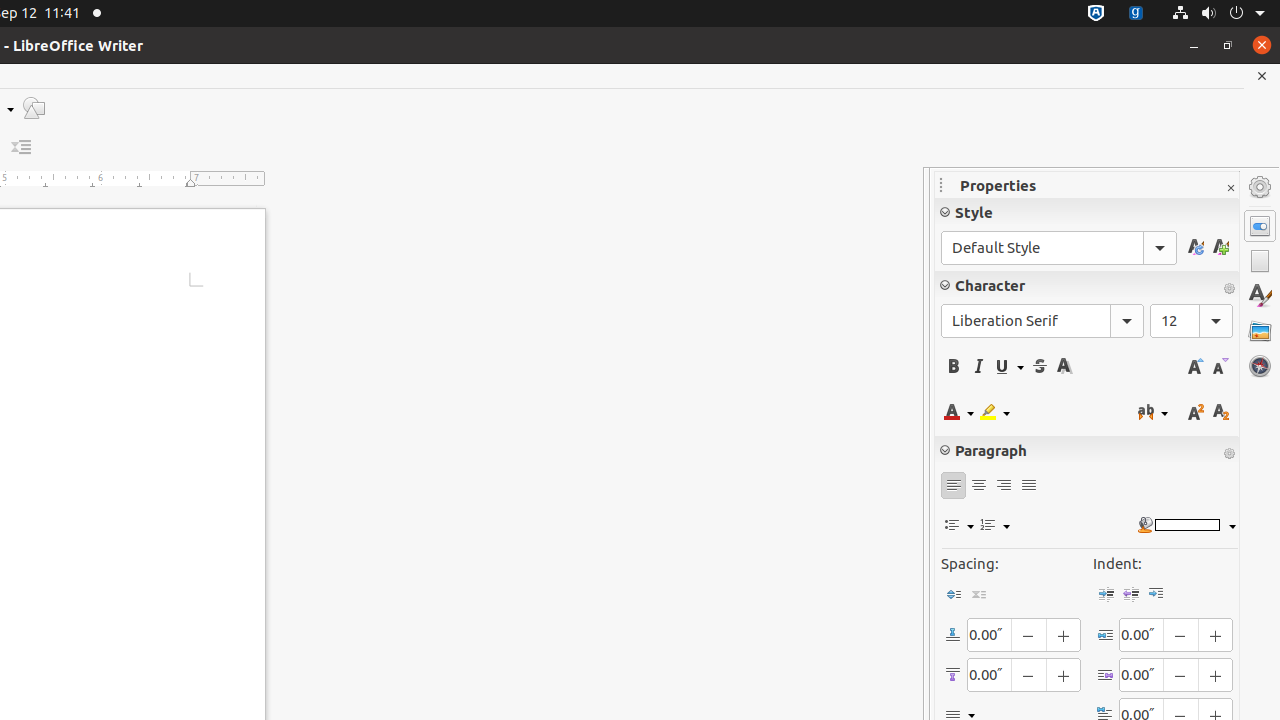 This screenshot has height=720, width=1280. What do you see at coordinates (1217, 13) in the screenshot?
I see `'System'` at bounding box center [1217, 13].